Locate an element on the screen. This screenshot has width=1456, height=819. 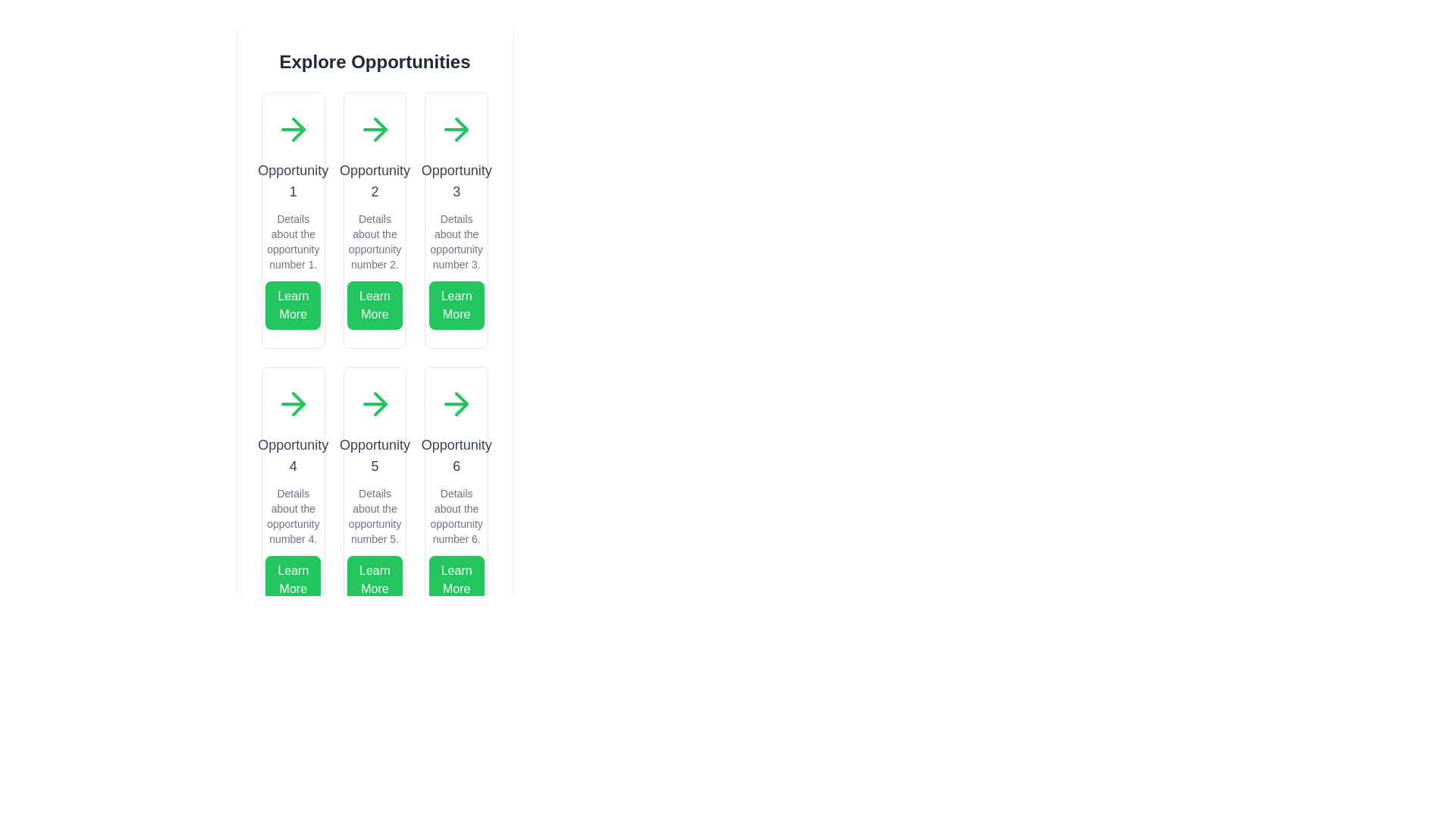
text content displayed in the 'Opportunity 3' column, located beneath the title 'Opportunity 3' and above the 'Learn More' button is located at coordinates (456, 241).